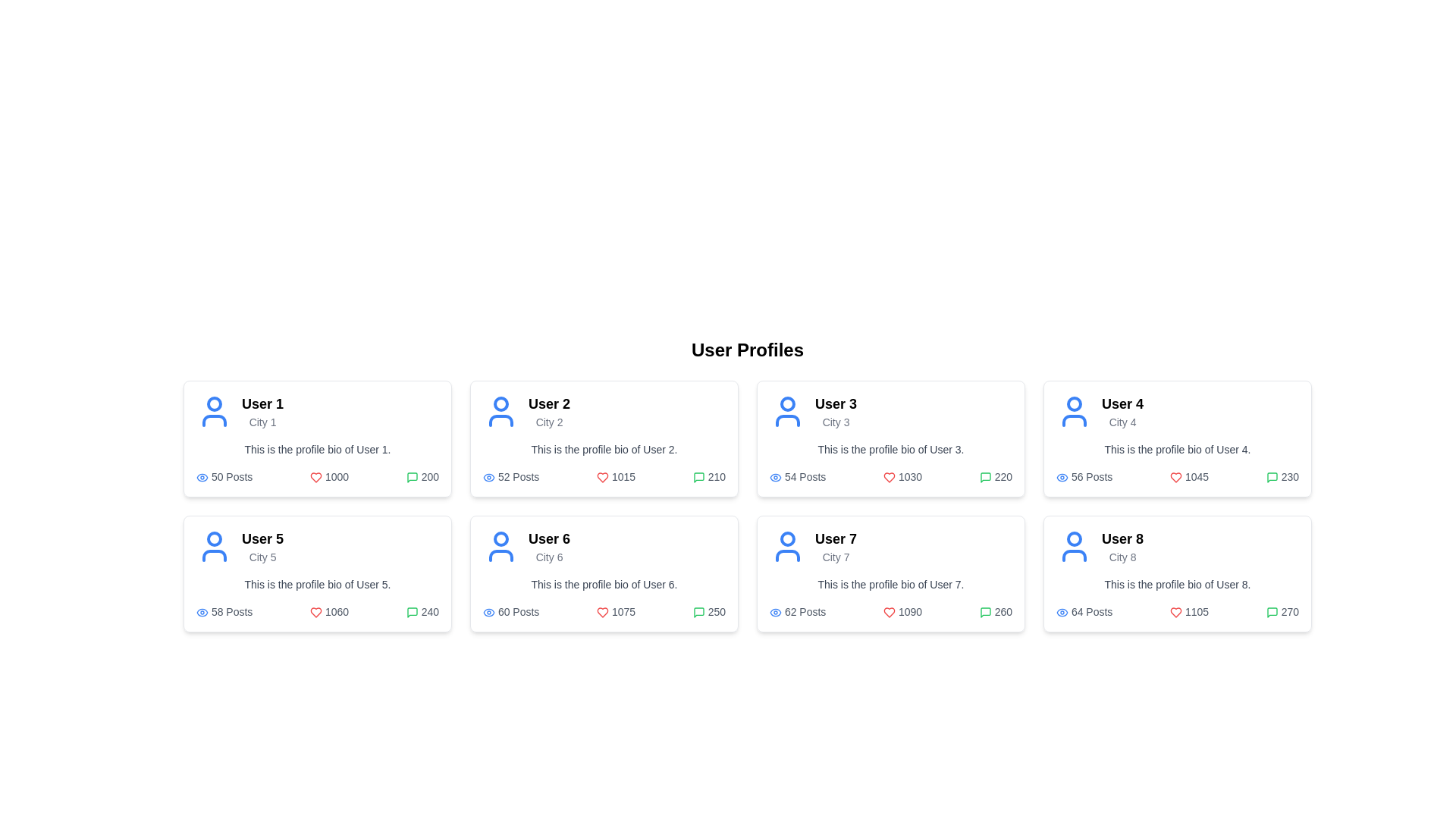 The width and height of the screenshot is (1456, 819). I want to click on the small heart icon symbolizing a 'like' action, which is outlined in red and located next to the number '1030' in the user profile card for 'User 3', so click(890, 478).